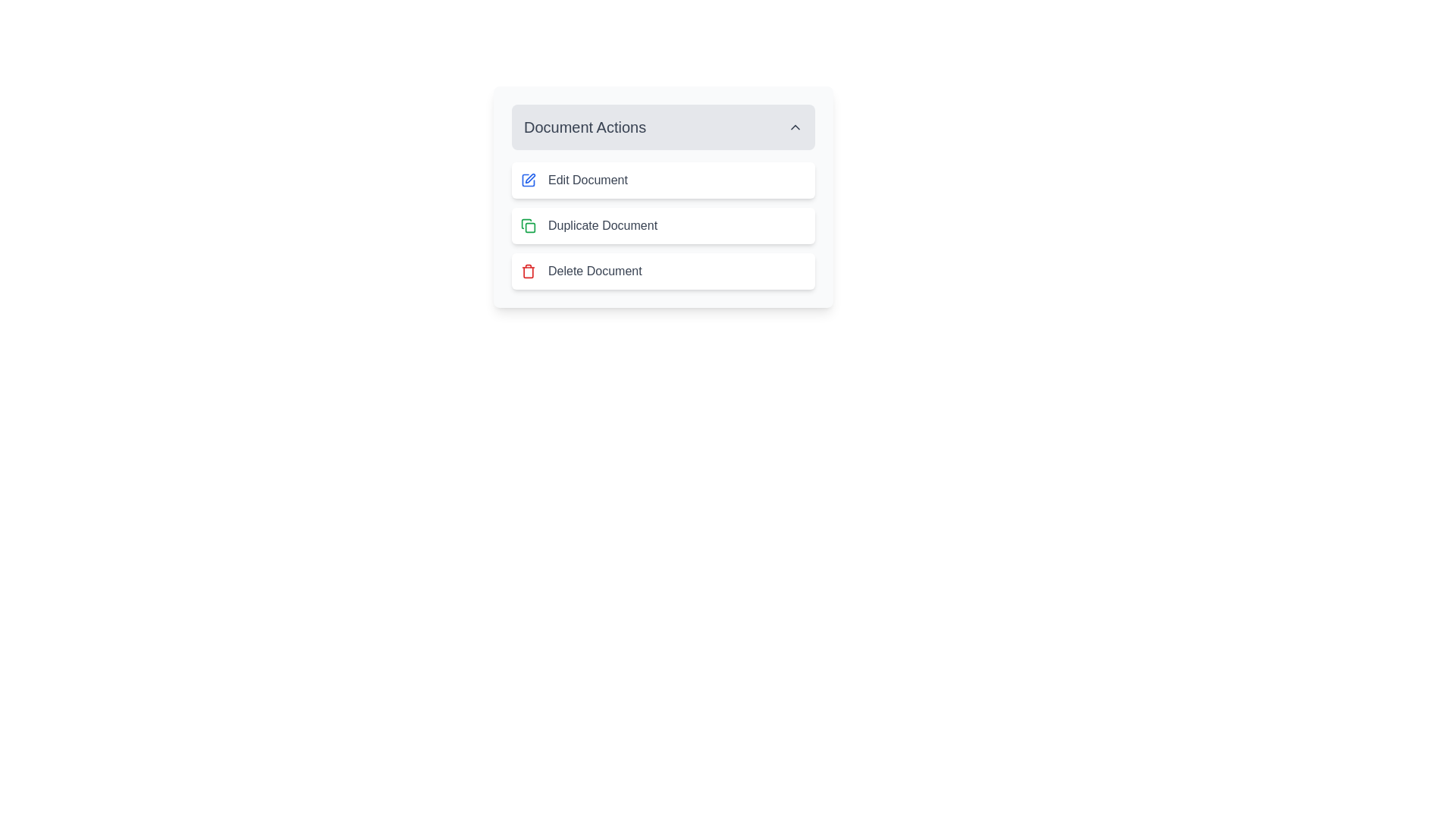 The width and height of the screenshot is (1456, 819). I want to click on text of the third interactive list item labeled 'Delete' in the 'Document Actions' panel, which is positioned below the 'Duplicate Document' option and has a red trash icon to its left, so click(594, 271).